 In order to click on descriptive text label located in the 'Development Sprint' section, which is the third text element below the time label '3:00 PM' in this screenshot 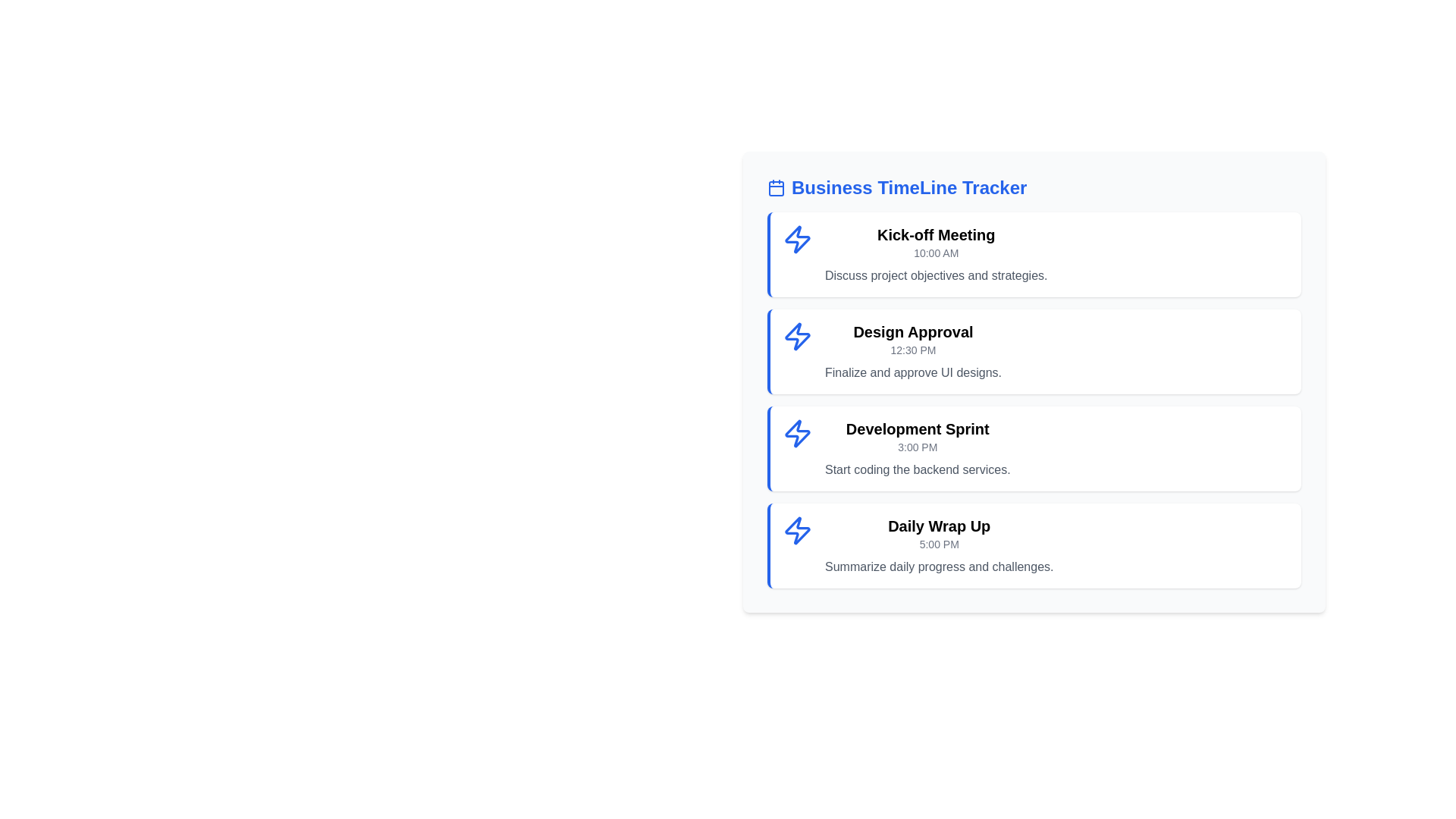, I will do `click(917, 469)`.